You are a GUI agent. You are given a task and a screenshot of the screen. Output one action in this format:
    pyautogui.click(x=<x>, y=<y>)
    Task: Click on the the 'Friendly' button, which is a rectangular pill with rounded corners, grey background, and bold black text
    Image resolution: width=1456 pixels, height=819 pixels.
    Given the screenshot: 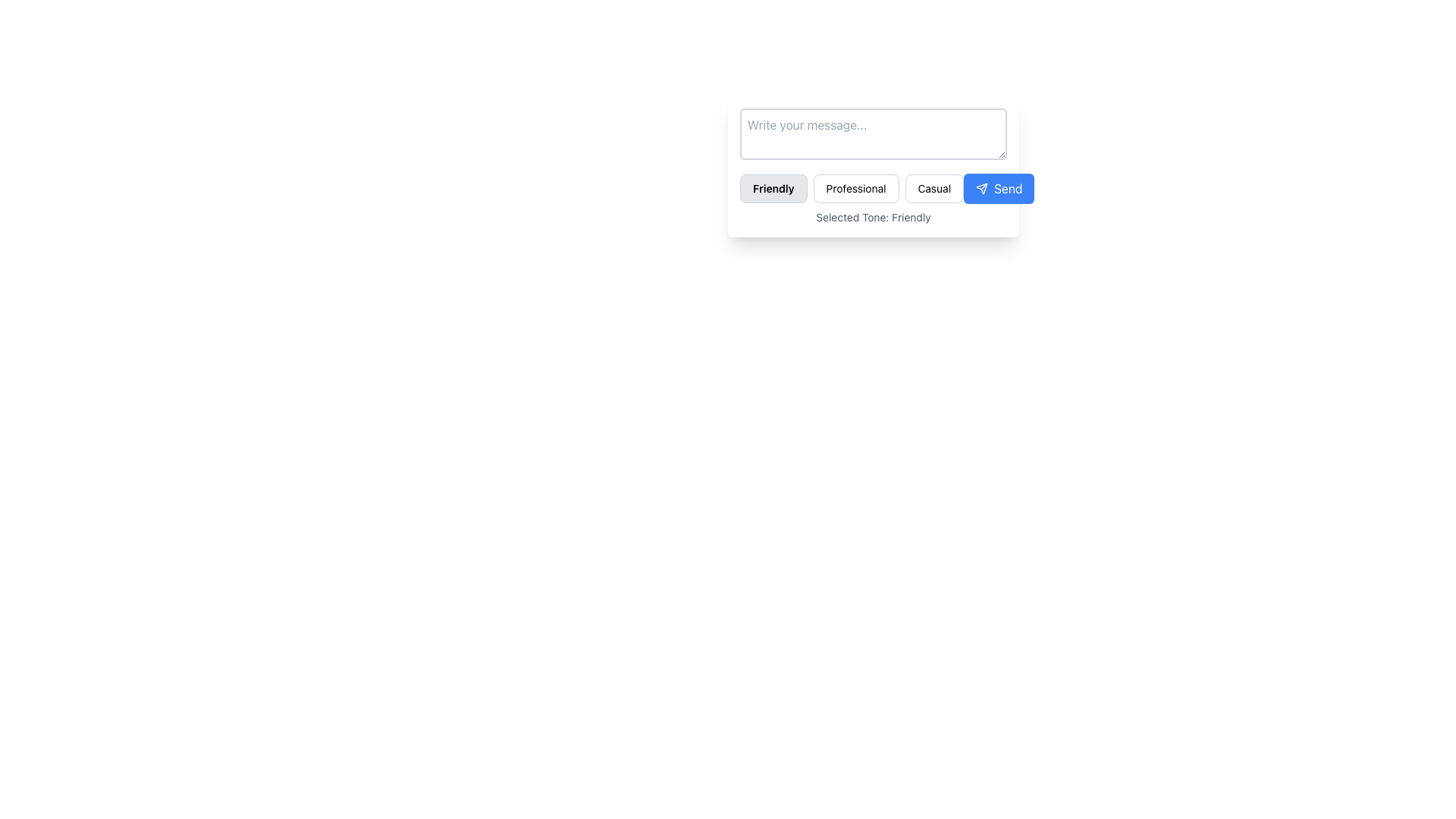 What is the action you would take?
    pyautogui.click(x=773, y=188)
    